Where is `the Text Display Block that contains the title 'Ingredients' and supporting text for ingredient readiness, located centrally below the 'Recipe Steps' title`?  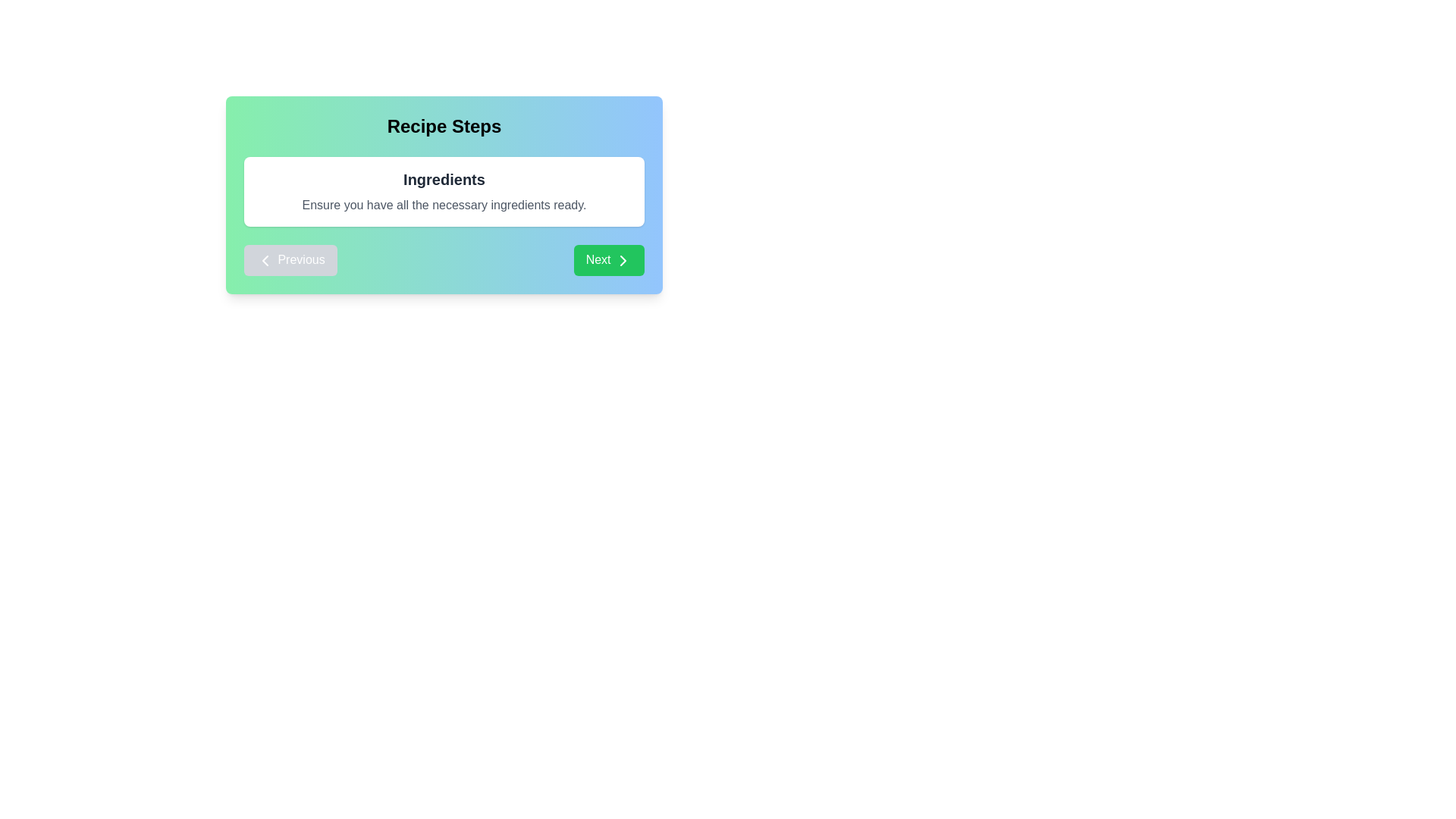 the Text Display Block that contains the title 'Ingredients' and supporting text for ingredient readiness, located centrally below the 'Recipe Steps' title is located at coordinates (443, 191).